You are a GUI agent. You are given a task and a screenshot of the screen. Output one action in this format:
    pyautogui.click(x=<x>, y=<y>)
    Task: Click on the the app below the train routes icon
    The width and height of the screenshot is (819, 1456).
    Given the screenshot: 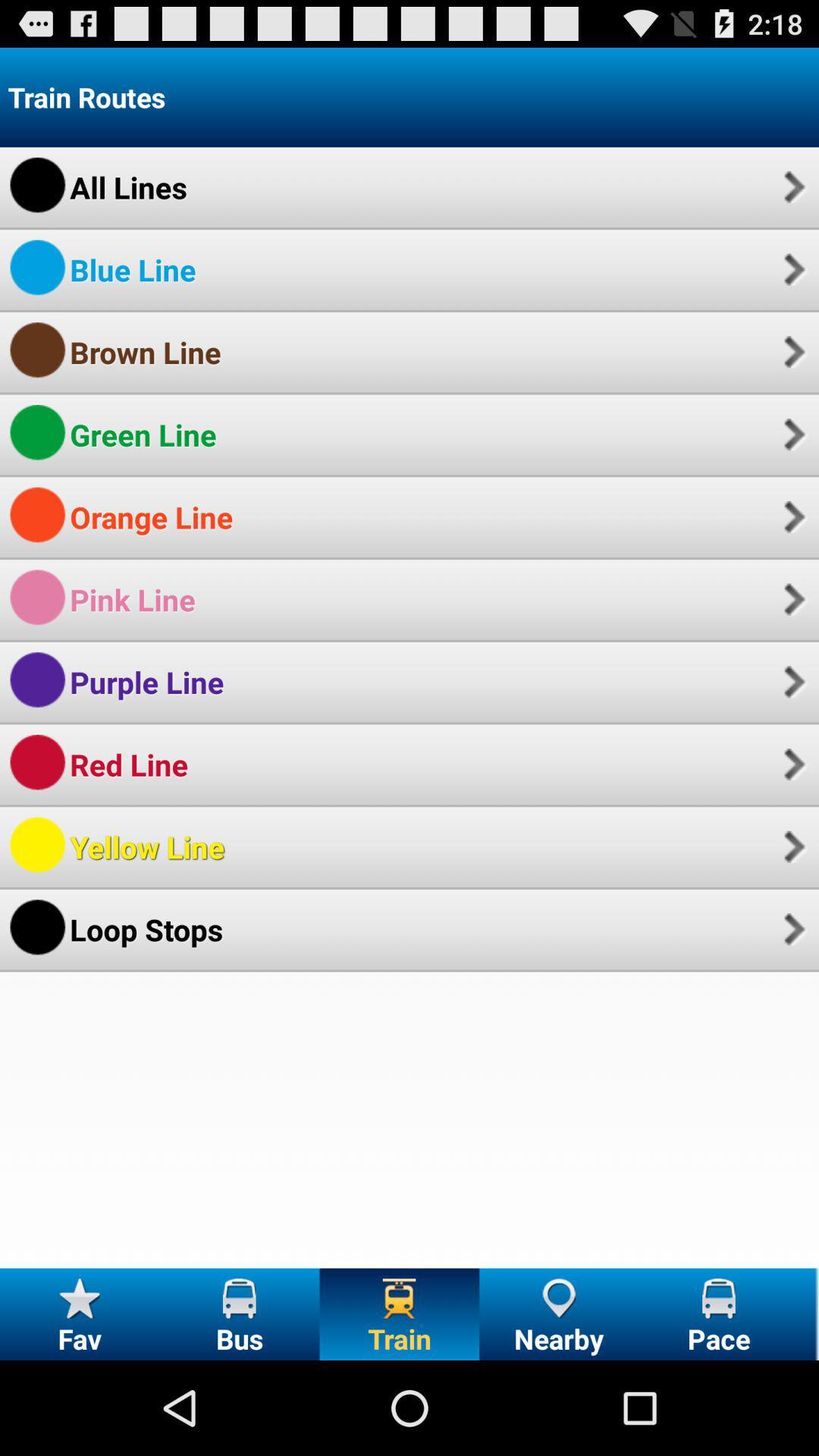 What is the action you would take?
    pyautogui.click(x=792, y=186)
    